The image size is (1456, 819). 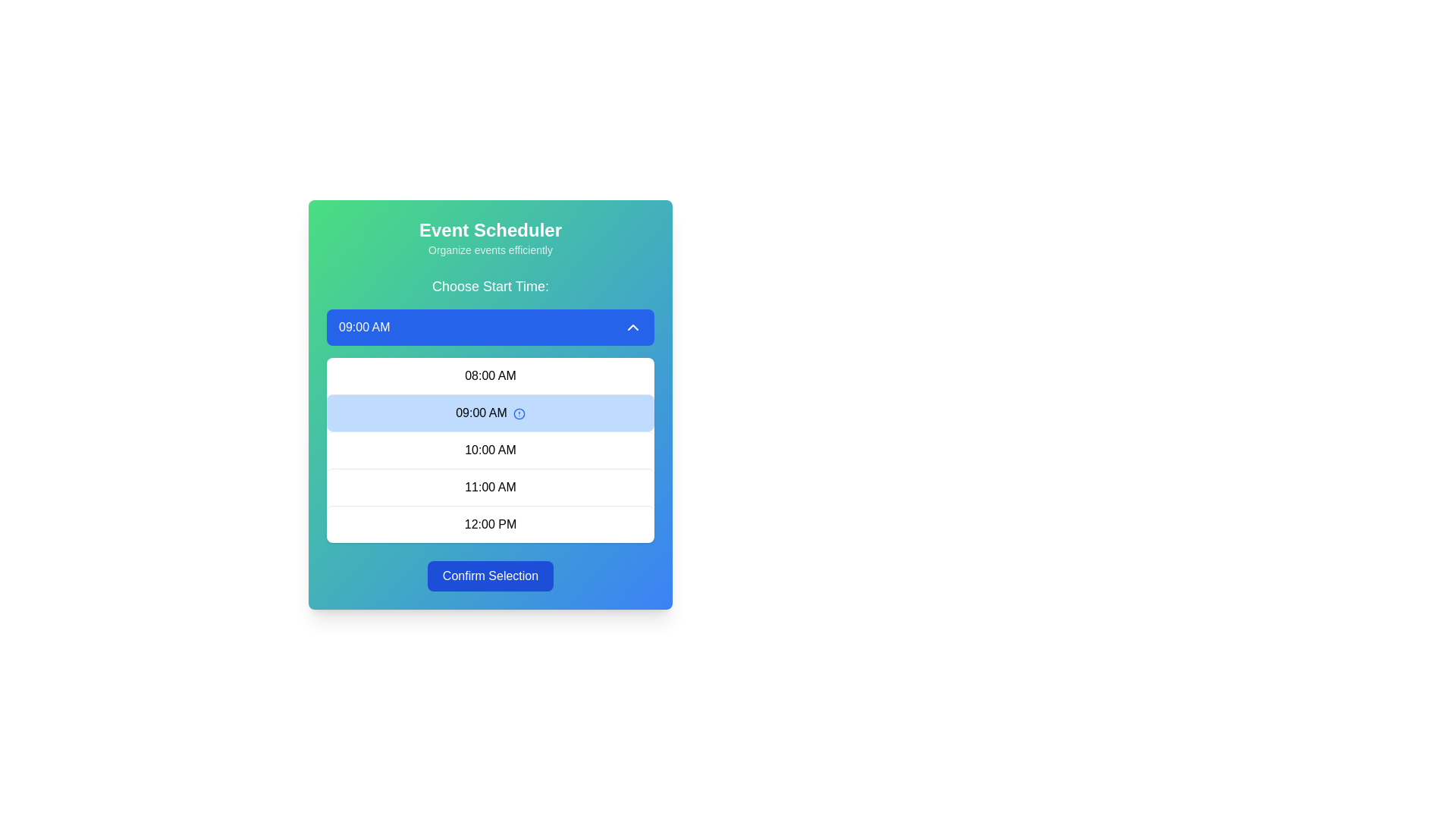 I want to click on the Dropdown Selection Button located in the 'Choose Start Time' section, so click(x=491, y=327).